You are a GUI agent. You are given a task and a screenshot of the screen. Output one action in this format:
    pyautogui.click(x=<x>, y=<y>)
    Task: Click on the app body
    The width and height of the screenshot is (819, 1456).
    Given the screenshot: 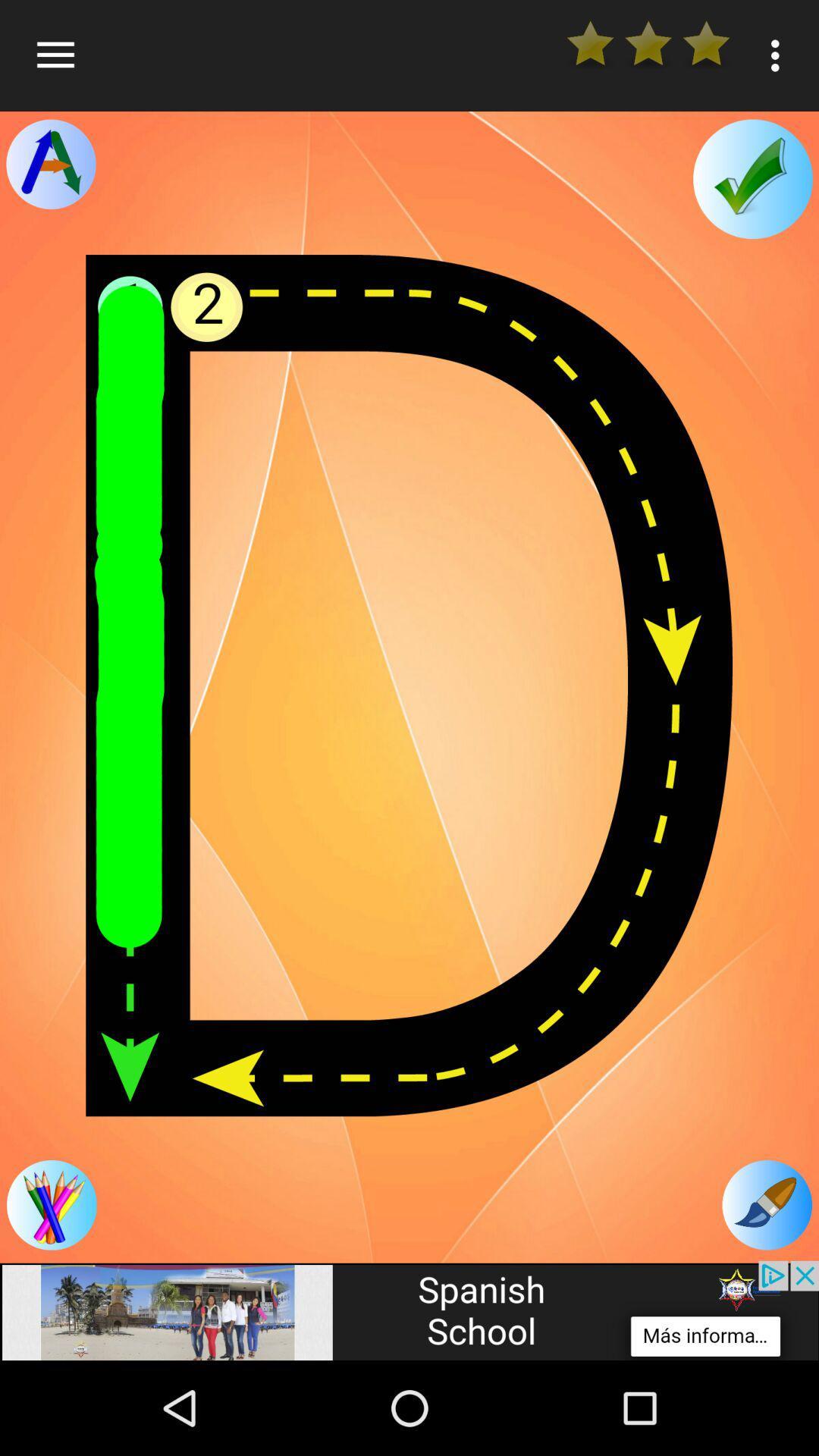 What is the action you would take?
    pyautogui.click(x=409, y=685)
    